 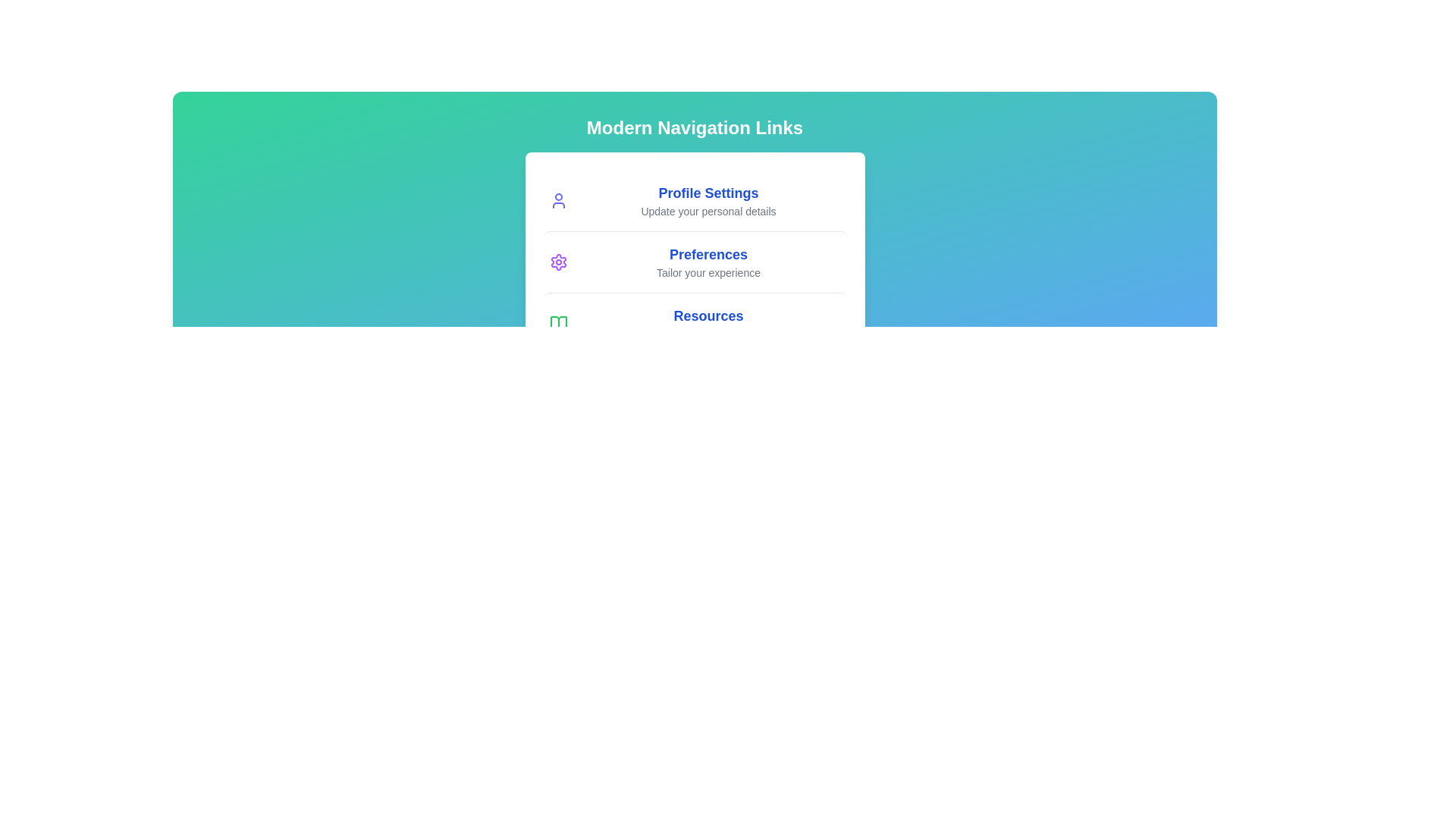 What do you see at coordinates (708, 271) in the screenshot?
I see `the Informational text label located below the 'Preferences' text element to potentially see additional styling changes` at bounding box center [708, 271].